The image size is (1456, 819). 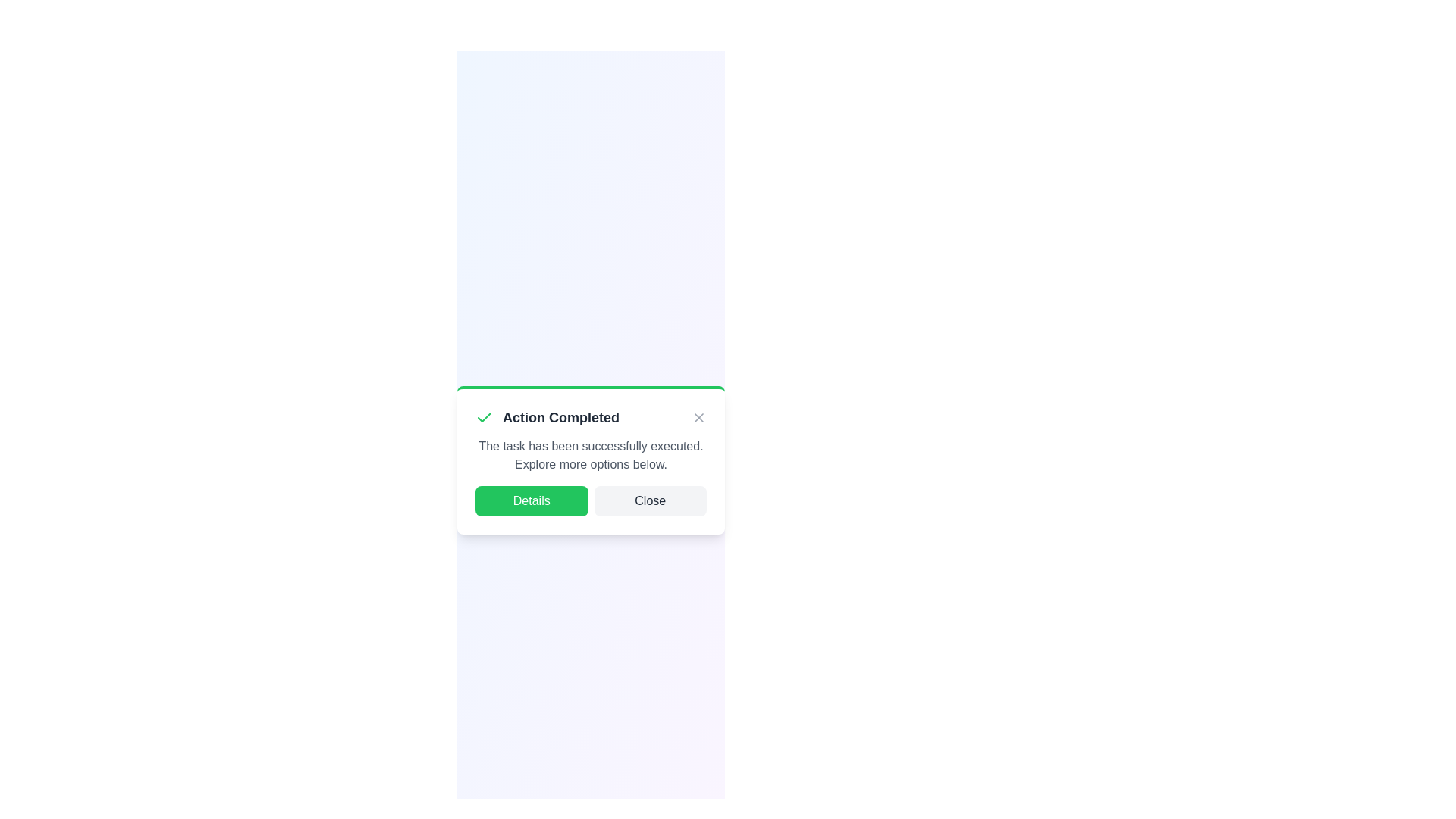 What do you see at coordinates (531, 500) in the screenshot?
I see `the 'Details' button to view more details` at bounding box center [531, 500].